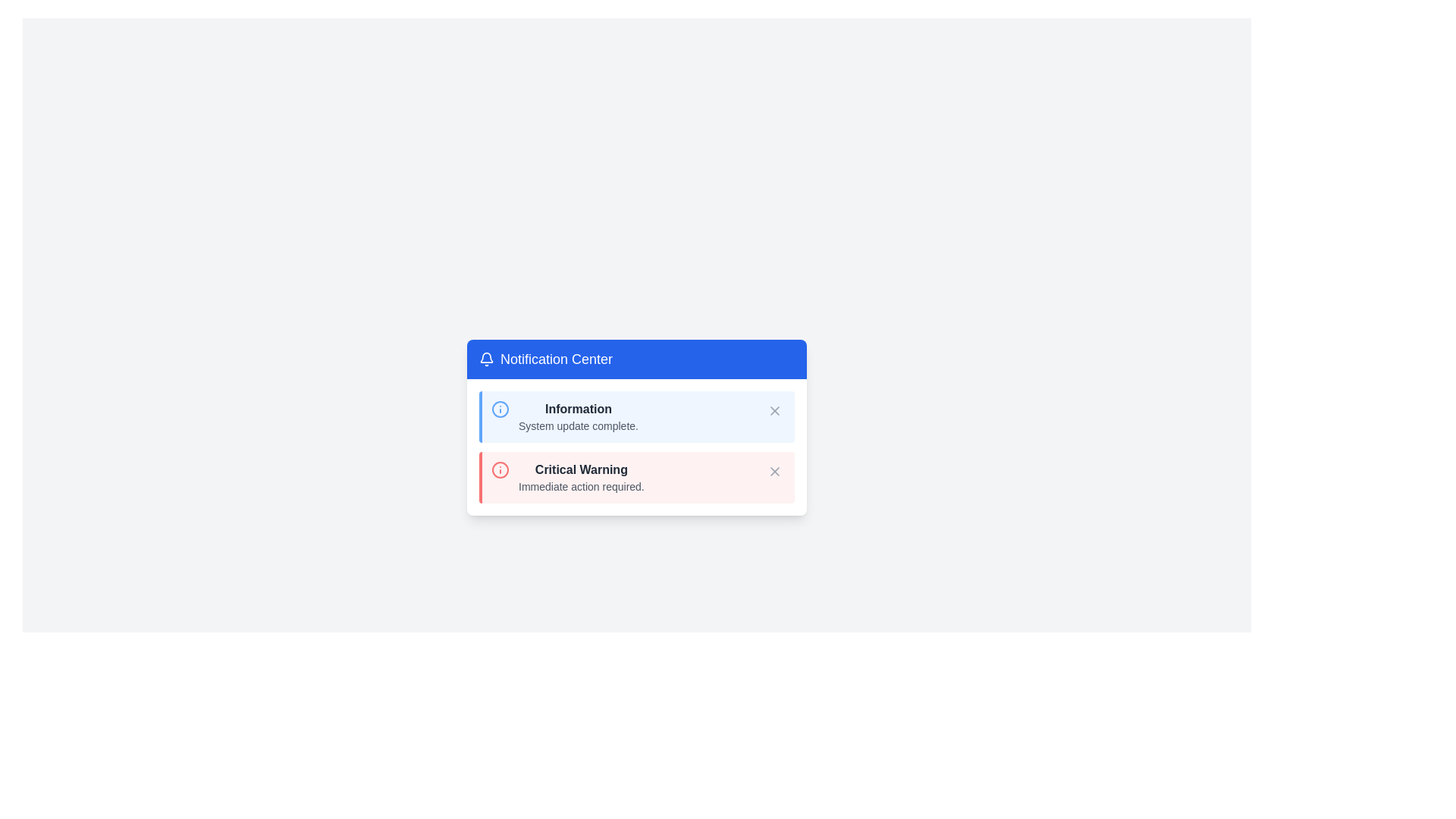 The image size is (1456, 819). What do you see at coordinates (487, 359) in the screenshot?
I see `the notification bell icon located at the top-left corner of the 'Notification Center' header bar` at bounding box center [487, 359].